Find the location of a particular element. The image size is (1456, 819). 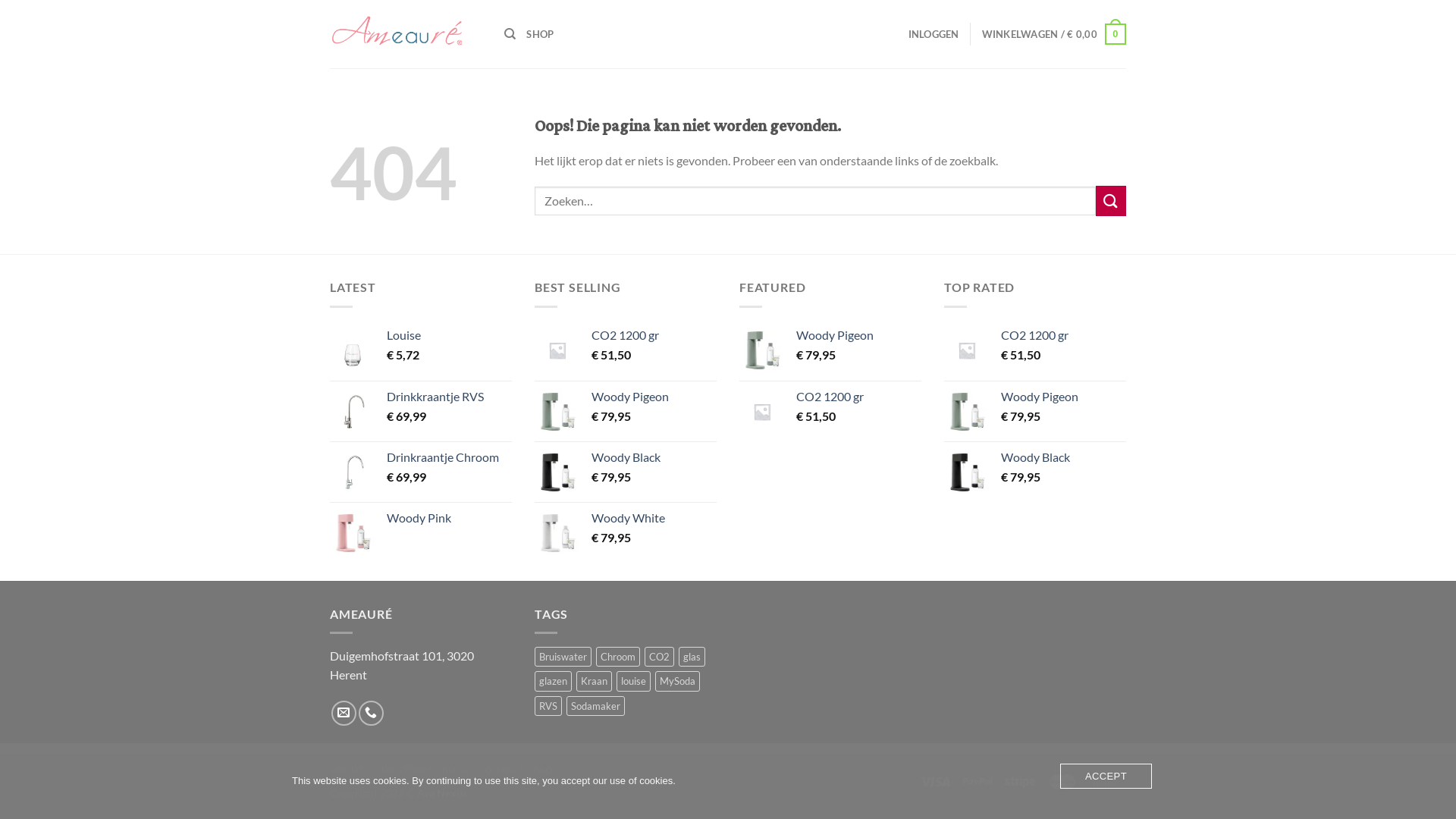

'Drinkkraantje RVS' is located at coordinates (448, 396).